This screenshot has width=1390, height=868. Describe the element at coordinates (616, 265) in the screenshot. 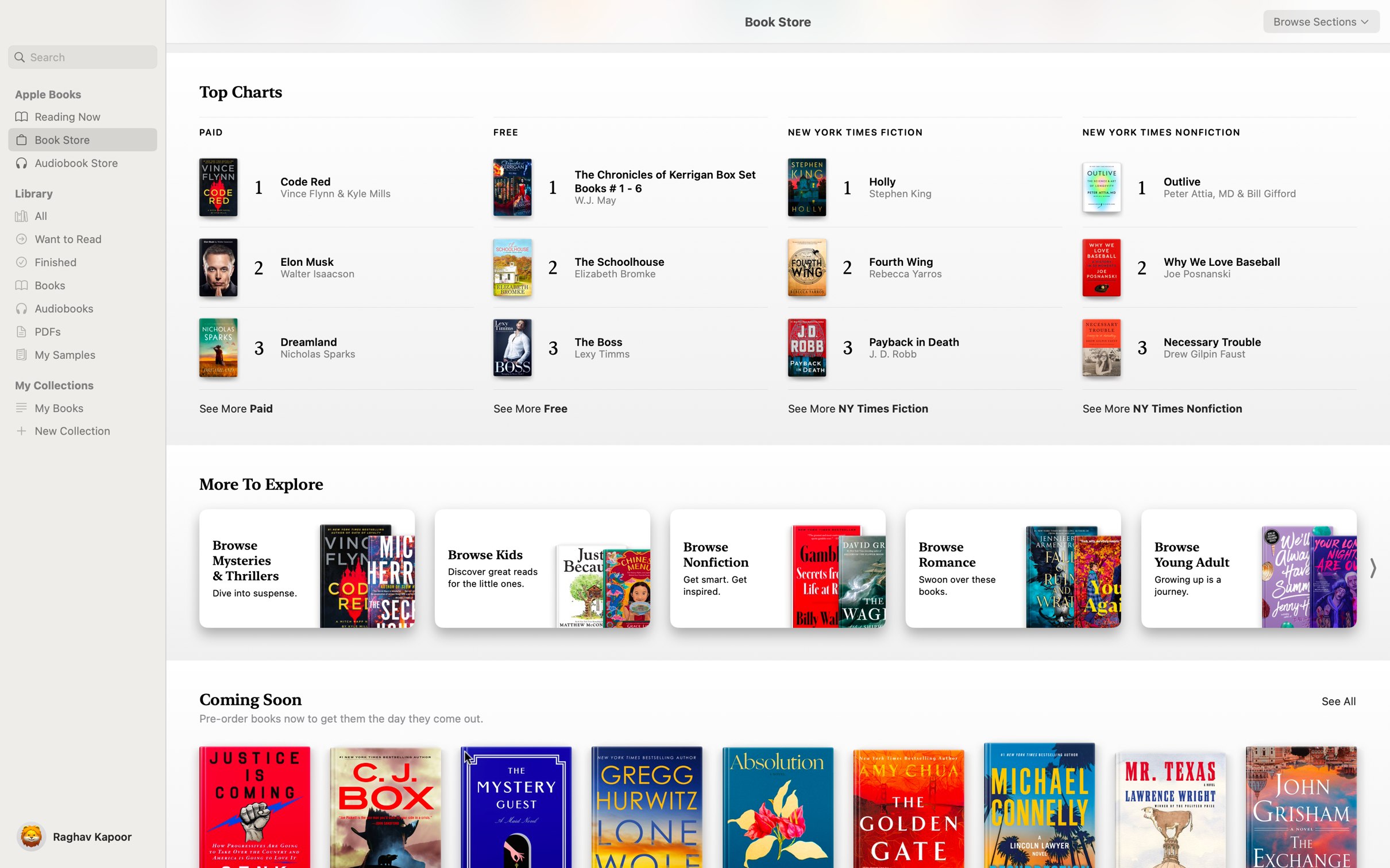

I see `"The Schoolhouse" from the Top Charts screen` at that location.